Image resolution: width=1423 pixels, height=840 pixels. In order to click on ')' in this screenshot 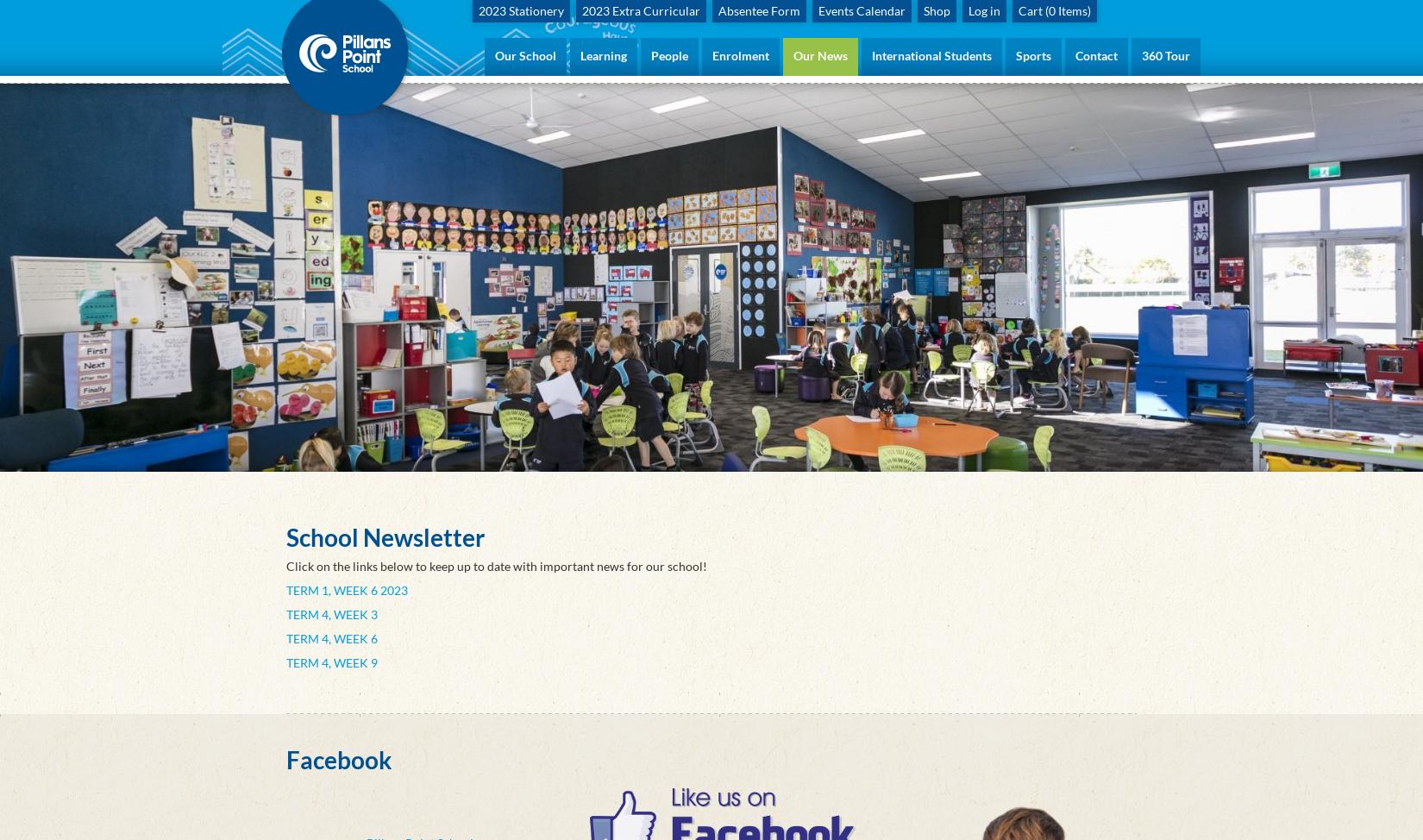, I will do `click(1086, 10)`.